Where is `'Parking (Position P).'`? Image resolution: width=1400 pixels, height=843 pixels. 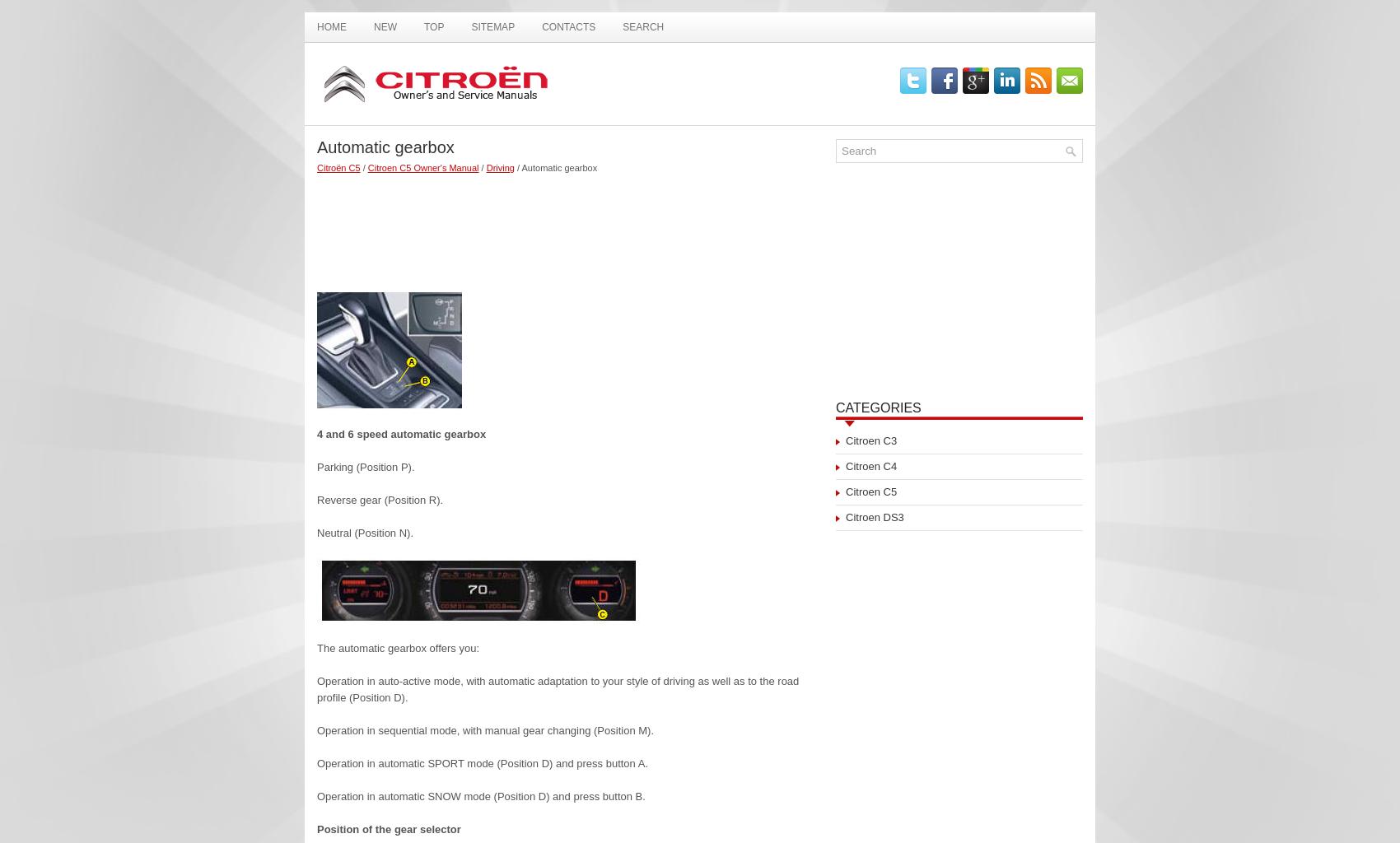
'Parking (Position P).' is located at coordinates (366, 466).